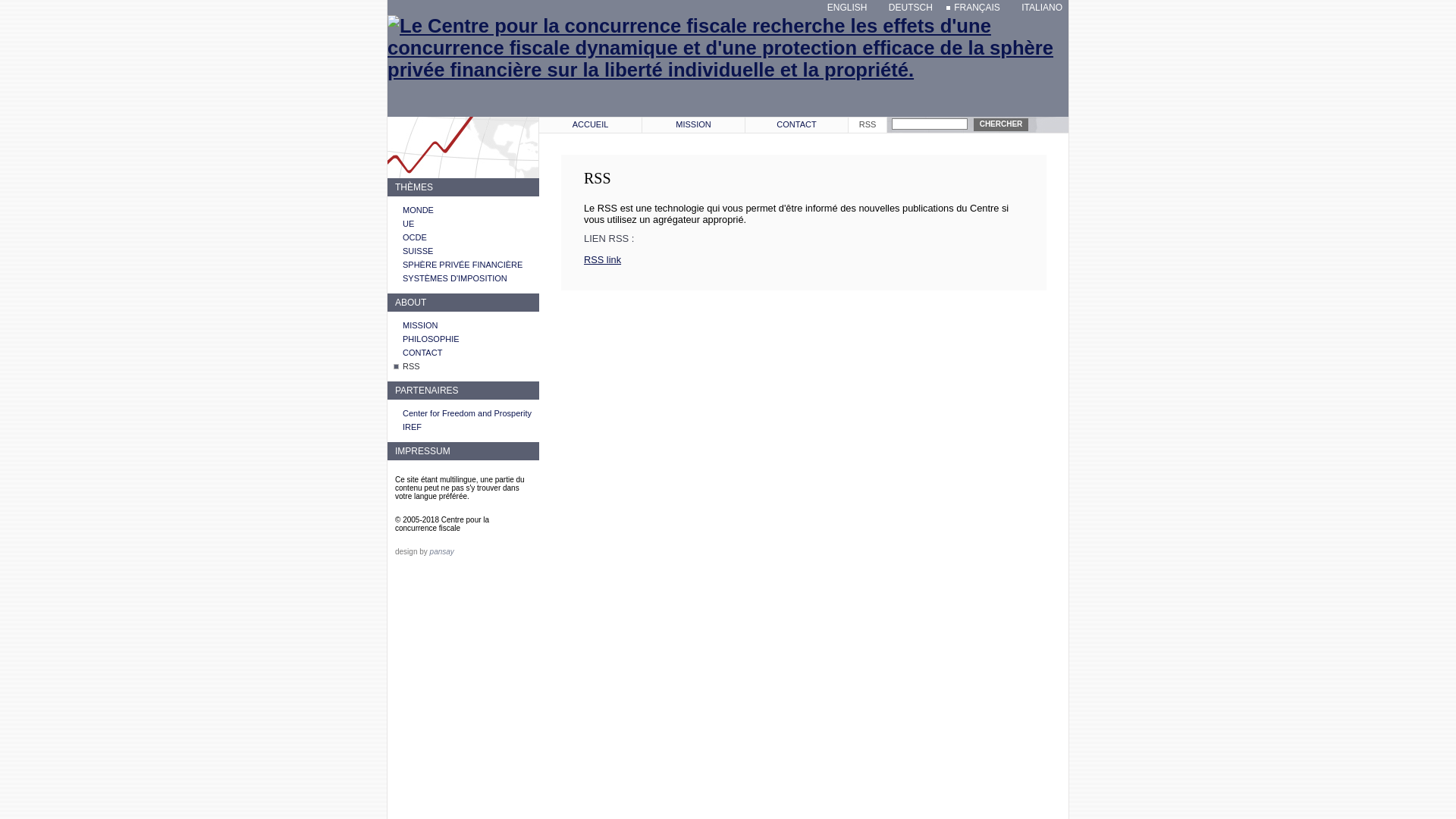  I want to click on 'ACCUEIL', so click(589, 124).